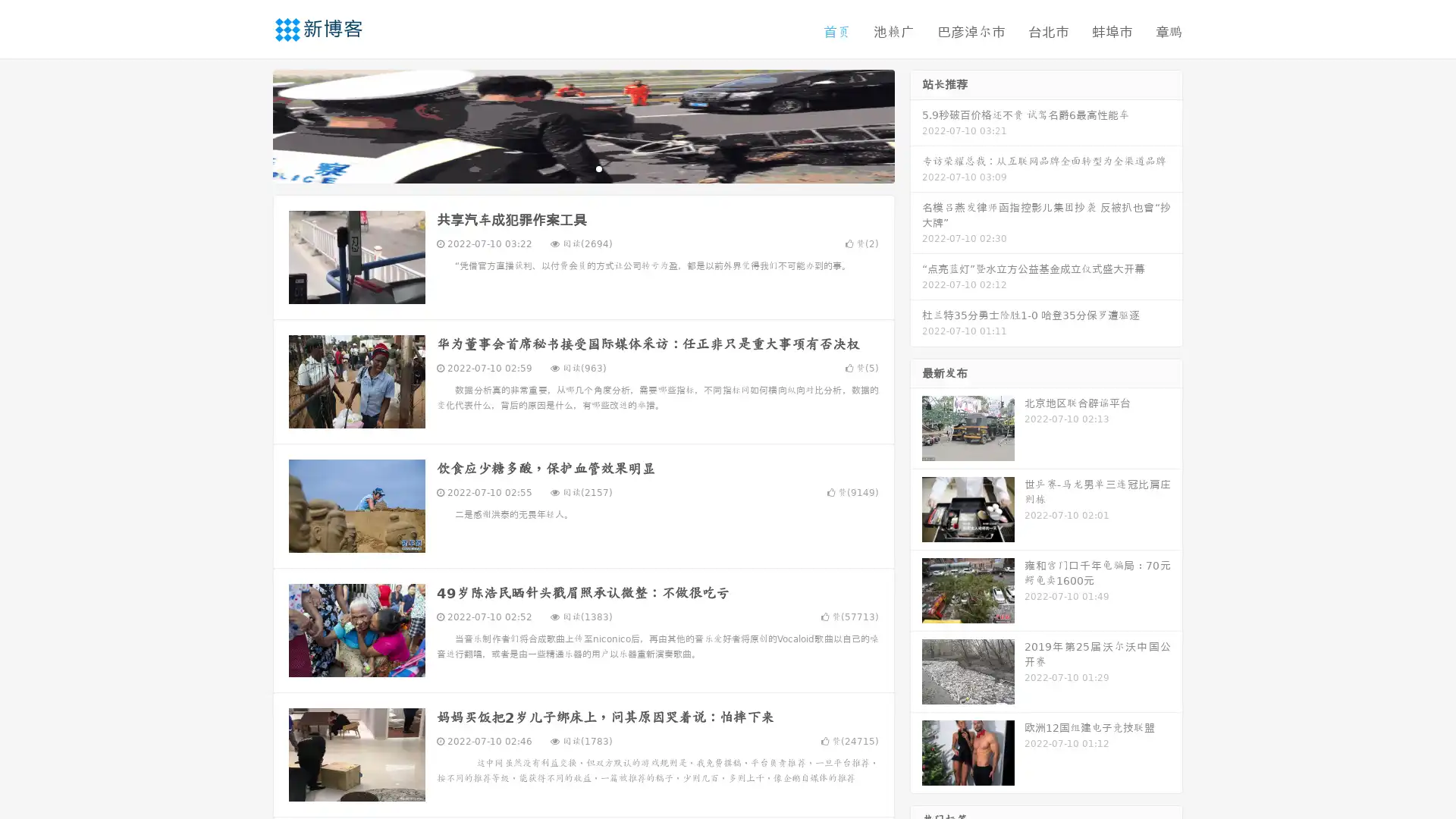 This screenshot has height=819, width=1456. What do you see at coordinates (916, 127) in the screenshot?
I see `Next slide` at bounding box center [916, 127].